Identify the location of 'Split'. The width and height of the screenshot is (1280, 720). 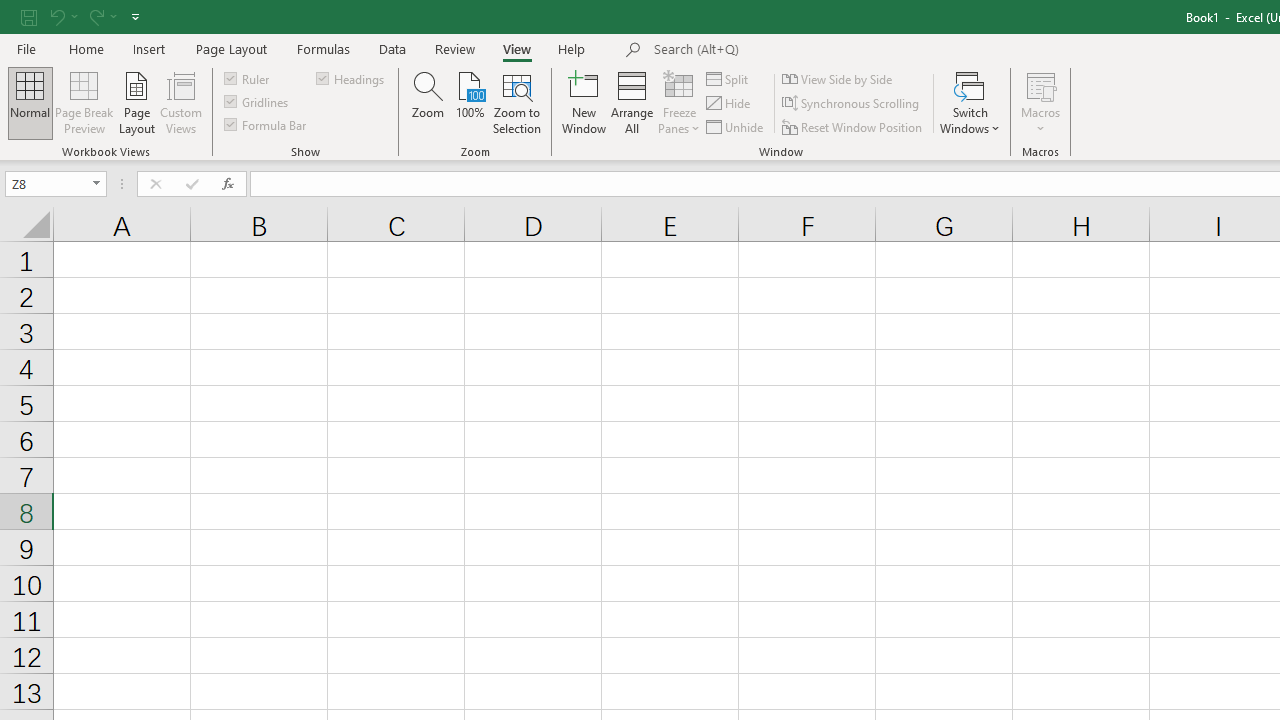
(727, 78).